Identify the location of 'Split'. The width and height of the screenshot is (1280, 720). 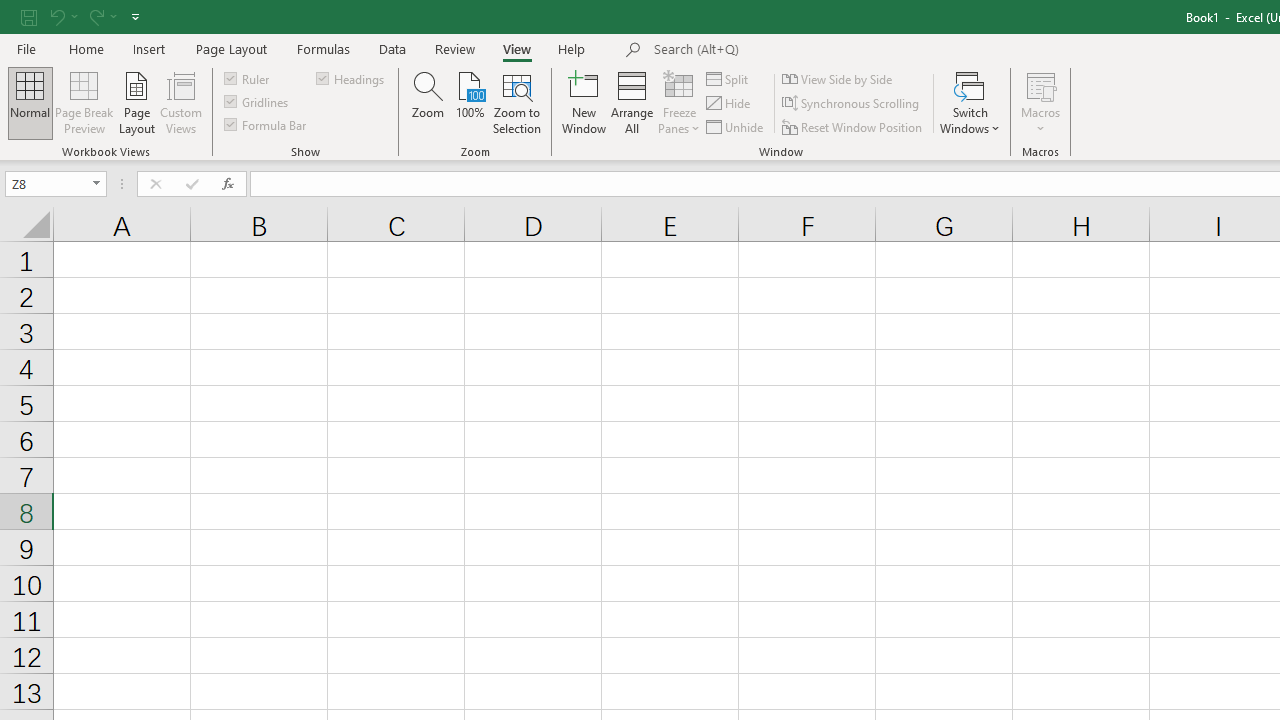
(727, 78).